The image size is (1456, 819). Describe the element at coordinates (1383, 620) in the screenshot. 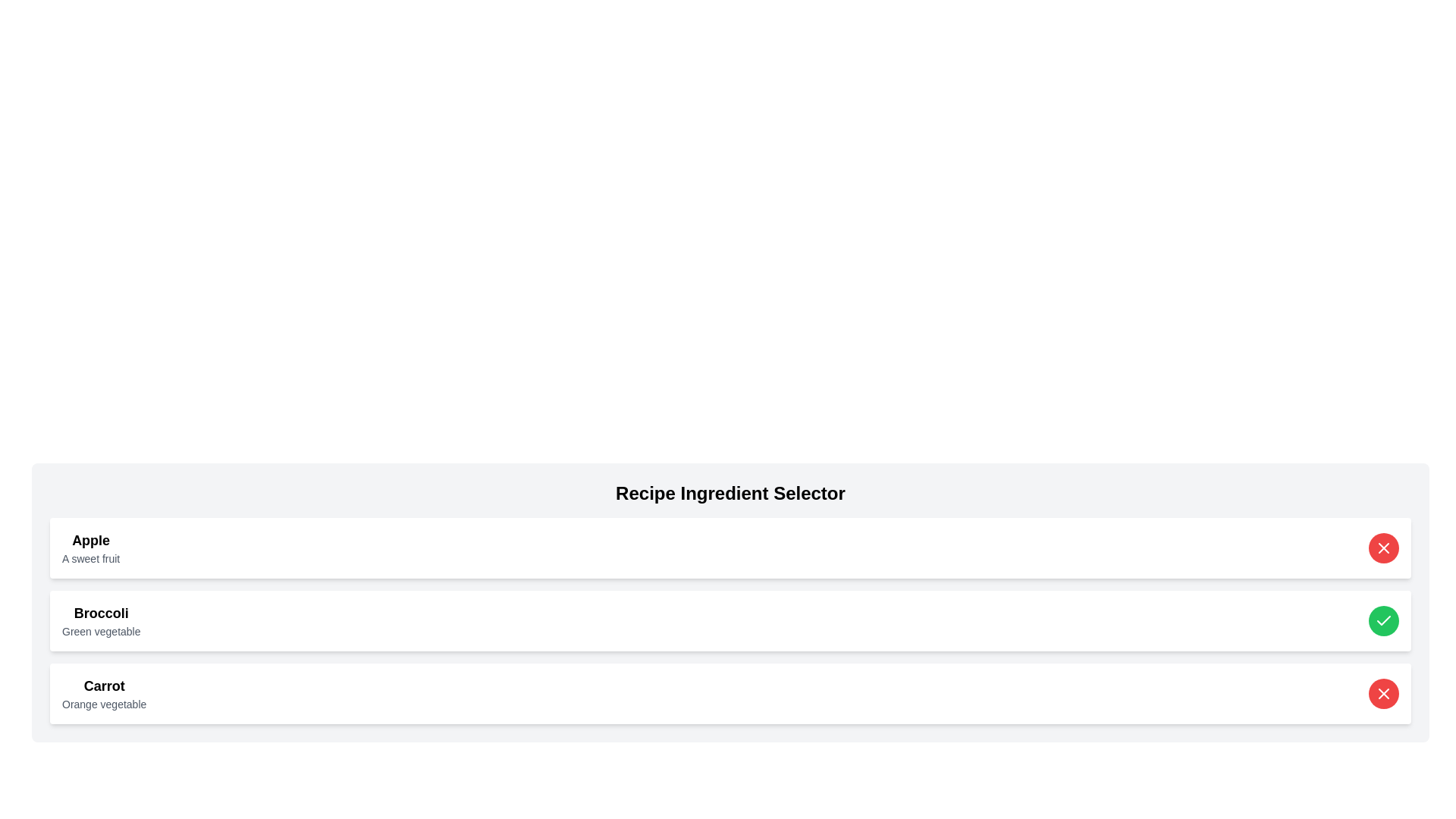

I see `the checkmark icon within the green circular background located in the third row of the table, adjacent to 'Carrot Orange vegetable'` at that location.